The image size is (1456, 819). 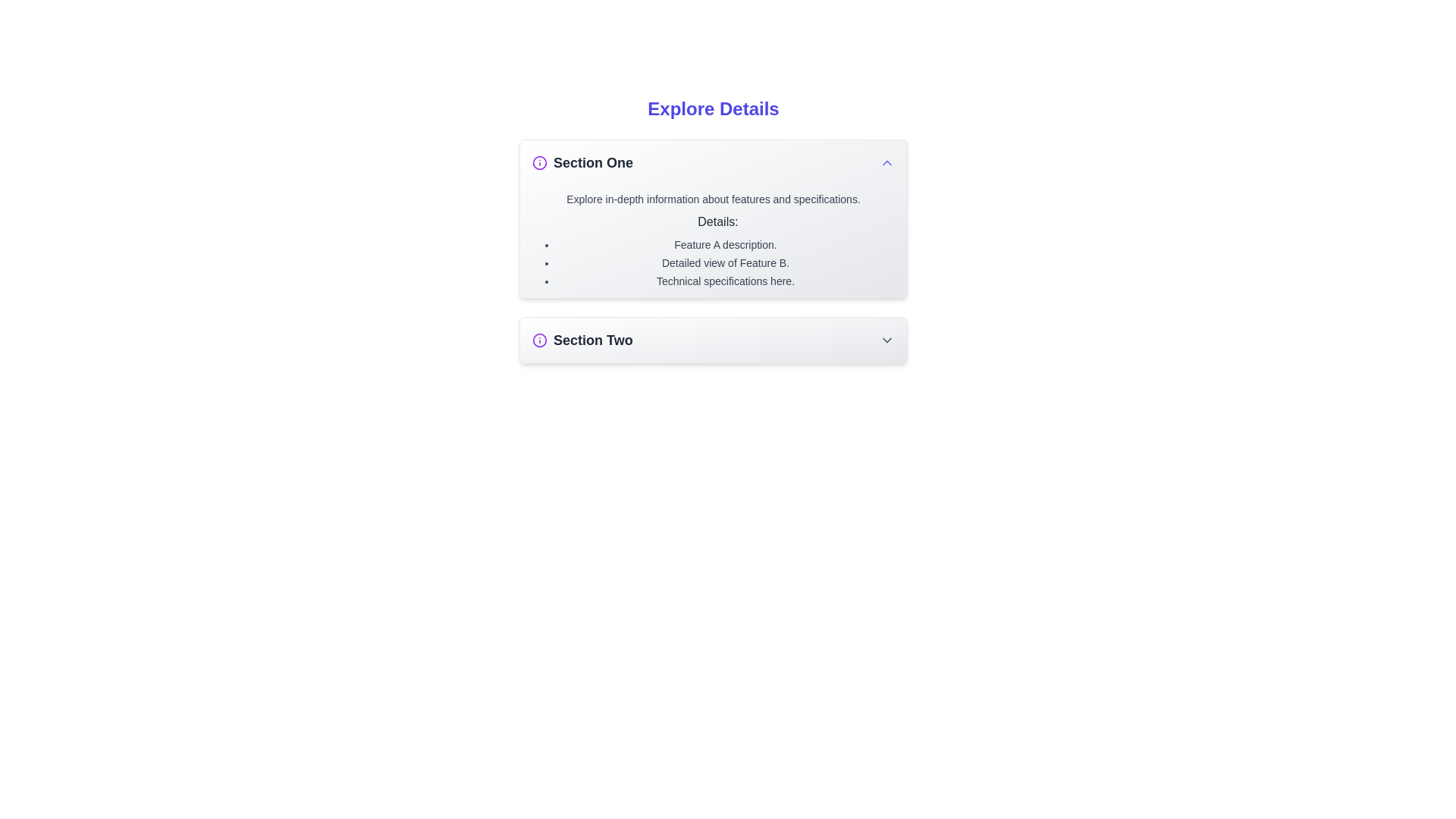 I want to click on the informational icon located at the leftmost side of the header bar for 'Section One', so click(x=539, y=163).